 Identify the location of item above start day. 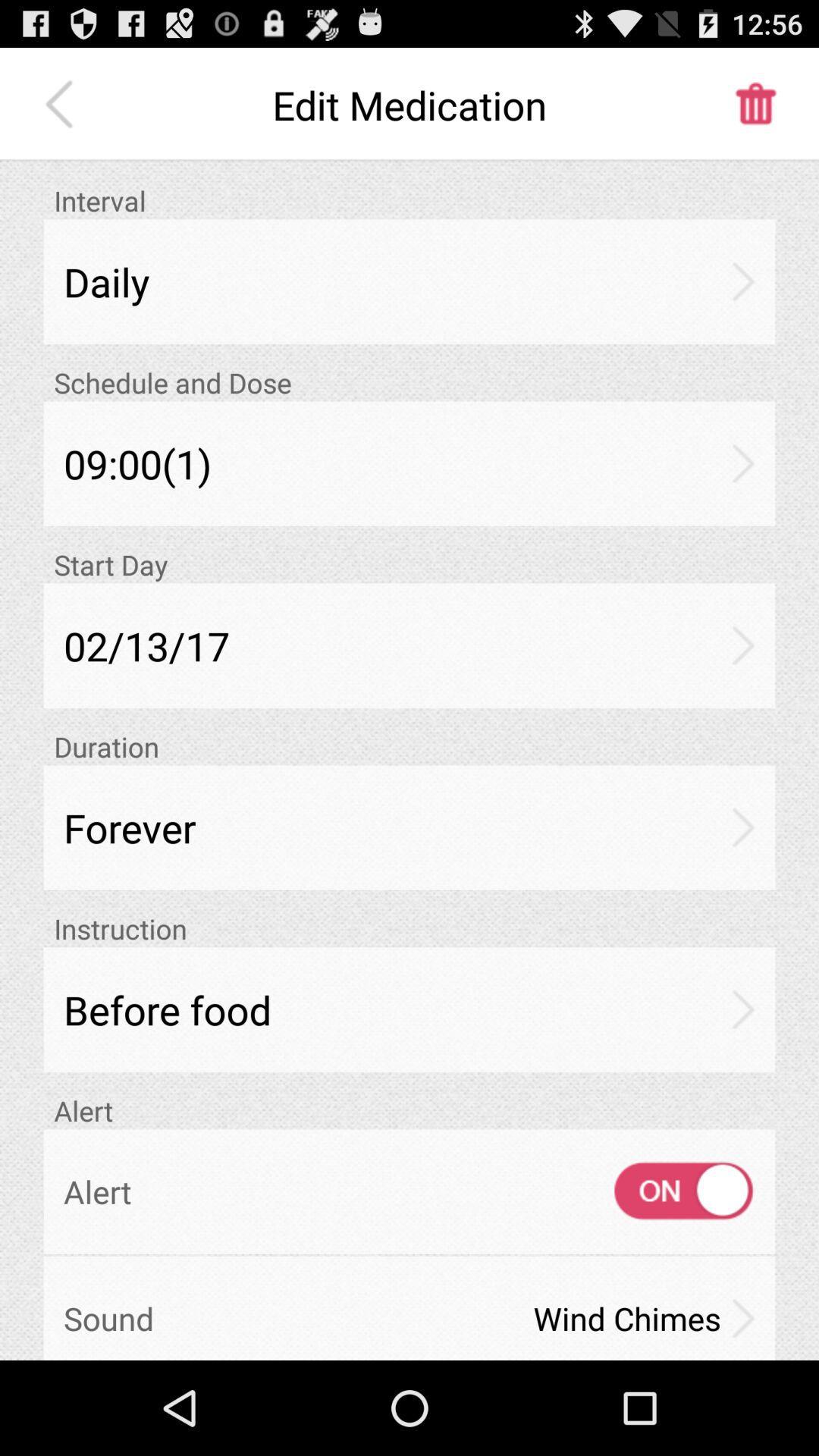
(409, 463).